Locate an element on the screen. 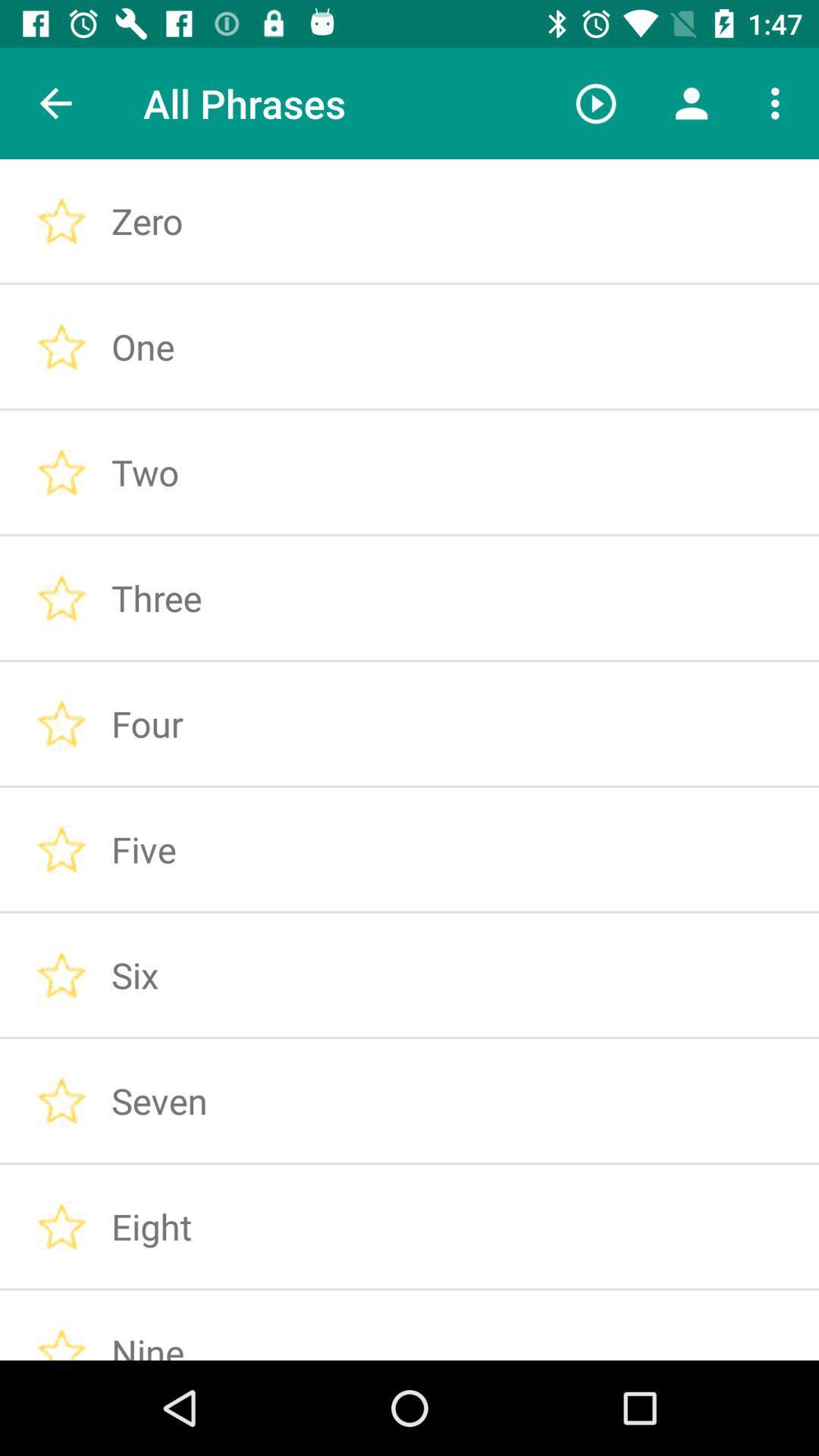  item next to all phrases icon is located at coordinates (595, 102).